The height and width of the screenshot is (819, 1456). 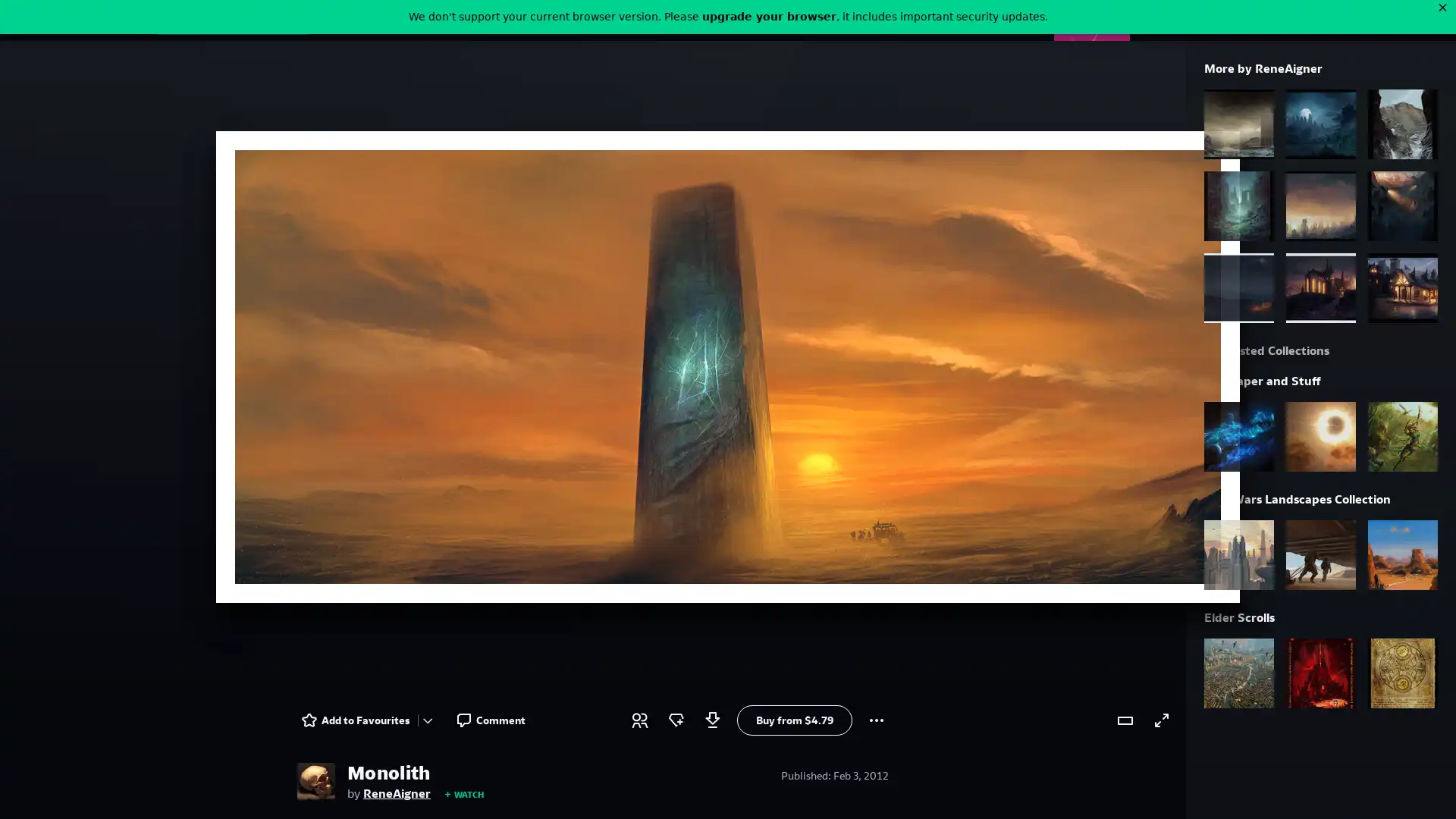 What do you see at coordinates (1323, 20) in the screenshot?
I see `User Menu` at bounding box center [1323, 20].